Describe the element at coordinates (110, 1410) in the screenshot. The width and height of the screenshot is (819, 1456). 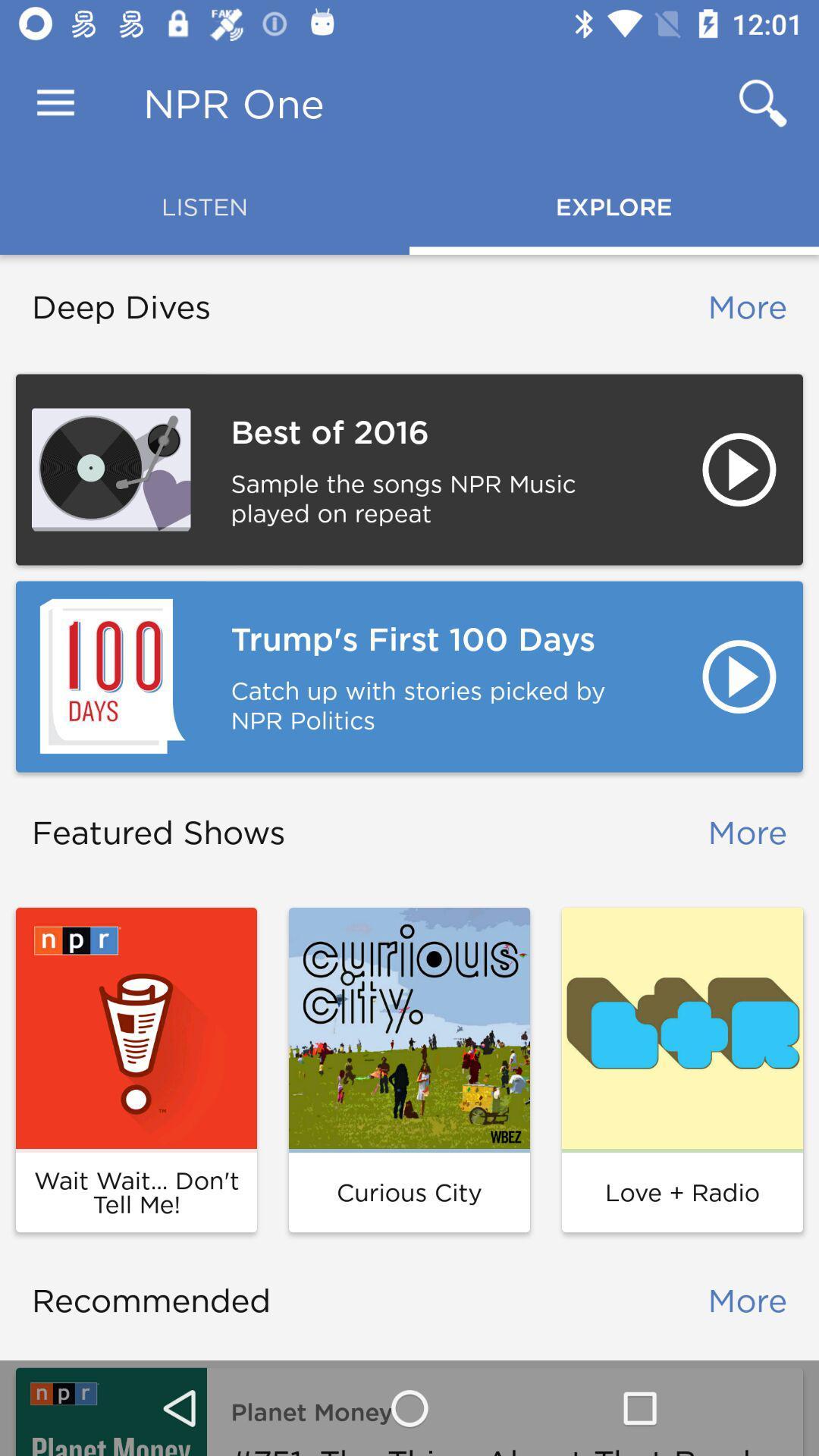
I see `the icon next to the planet money` at that location.